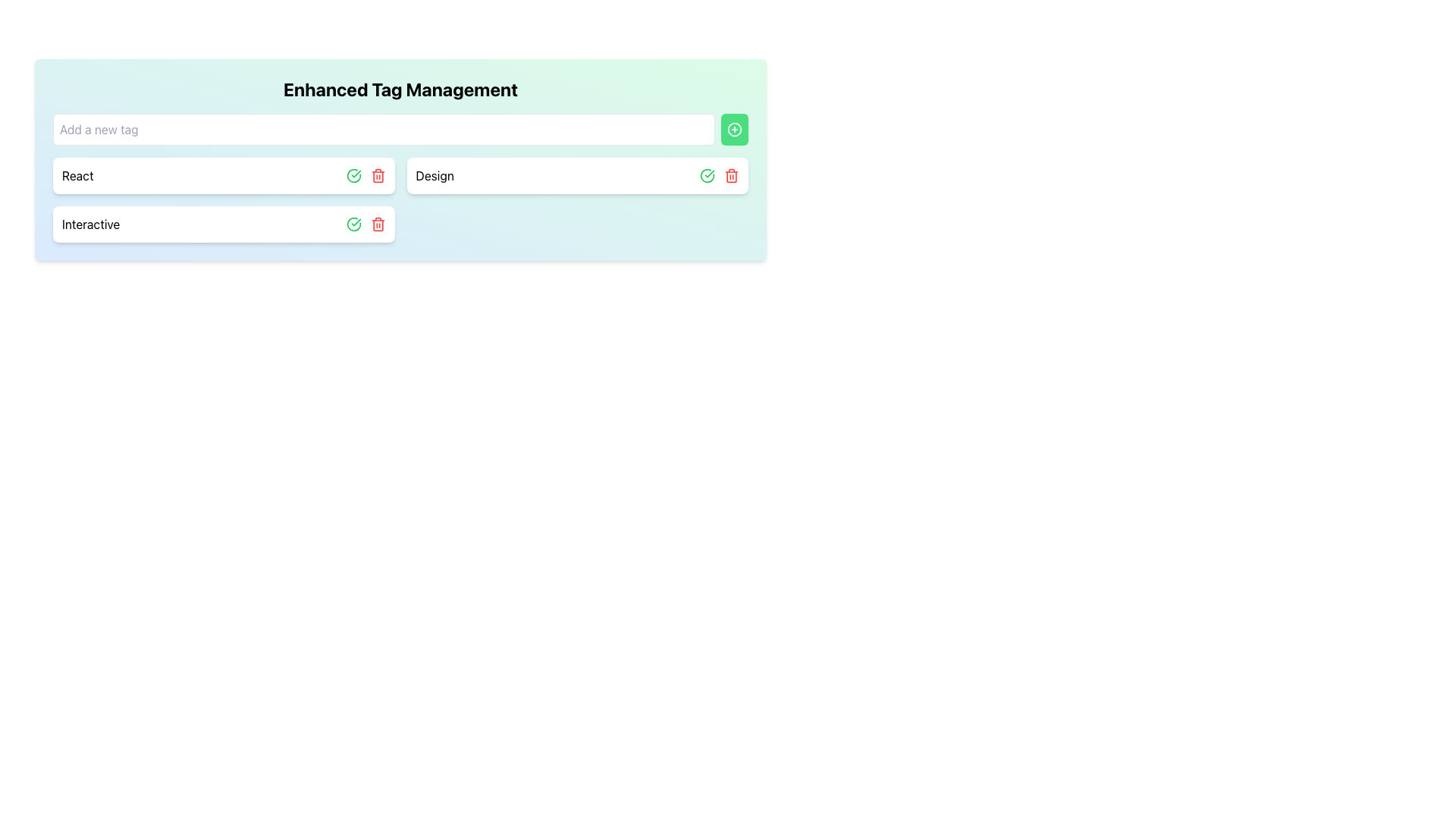 The height and width of the screenshot is (819, 1456). I want to click on the green checkmark icon located in the Interactive icon group next to the 'React' label to confirm or accept, so click(366, 174).